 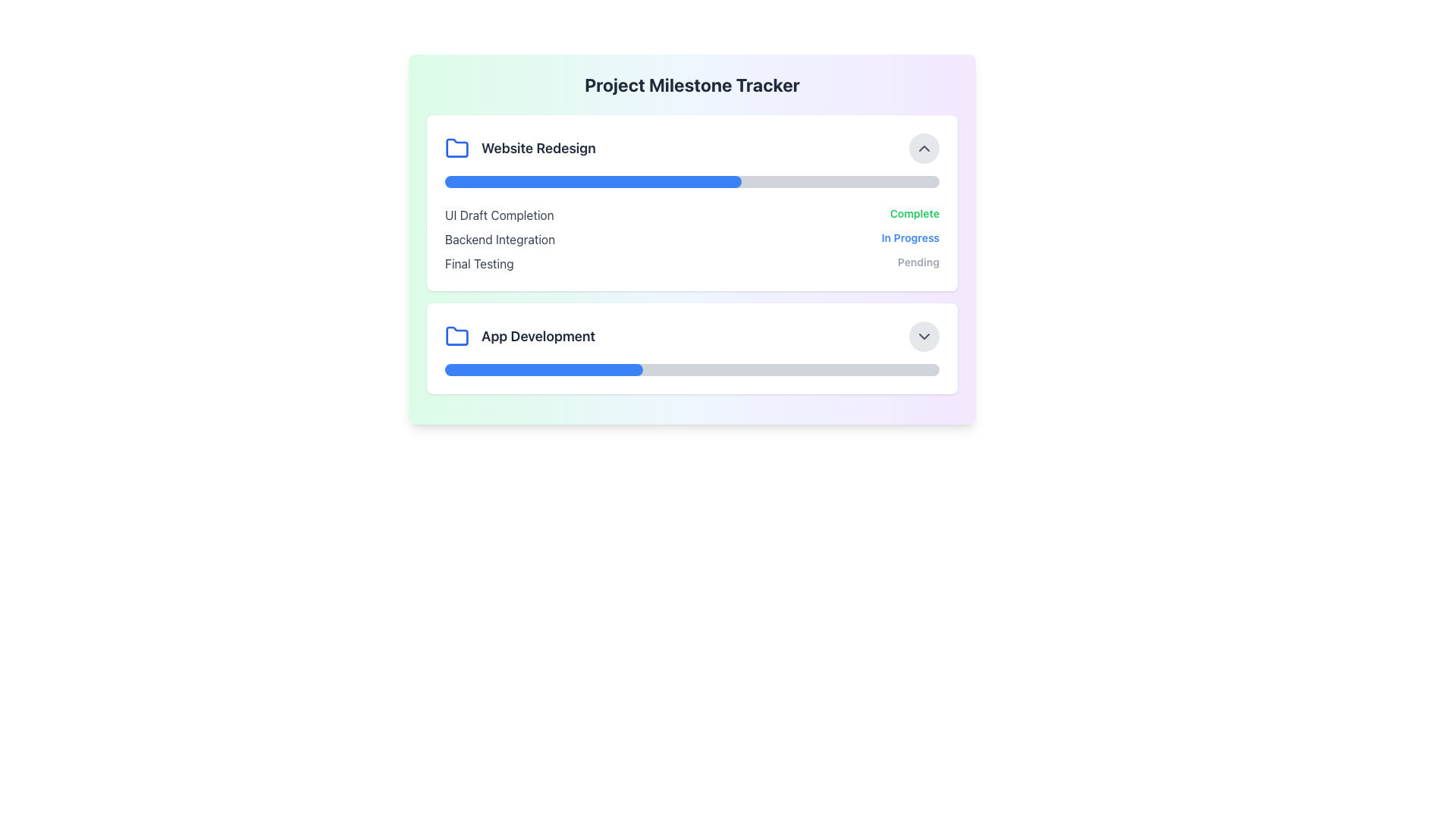 What do you see at coordinates (691, 348) in the screenshot?
I see `the second milestone card displaying 'App Development' details in the project tracking interface` at bounding box center [691, 348].